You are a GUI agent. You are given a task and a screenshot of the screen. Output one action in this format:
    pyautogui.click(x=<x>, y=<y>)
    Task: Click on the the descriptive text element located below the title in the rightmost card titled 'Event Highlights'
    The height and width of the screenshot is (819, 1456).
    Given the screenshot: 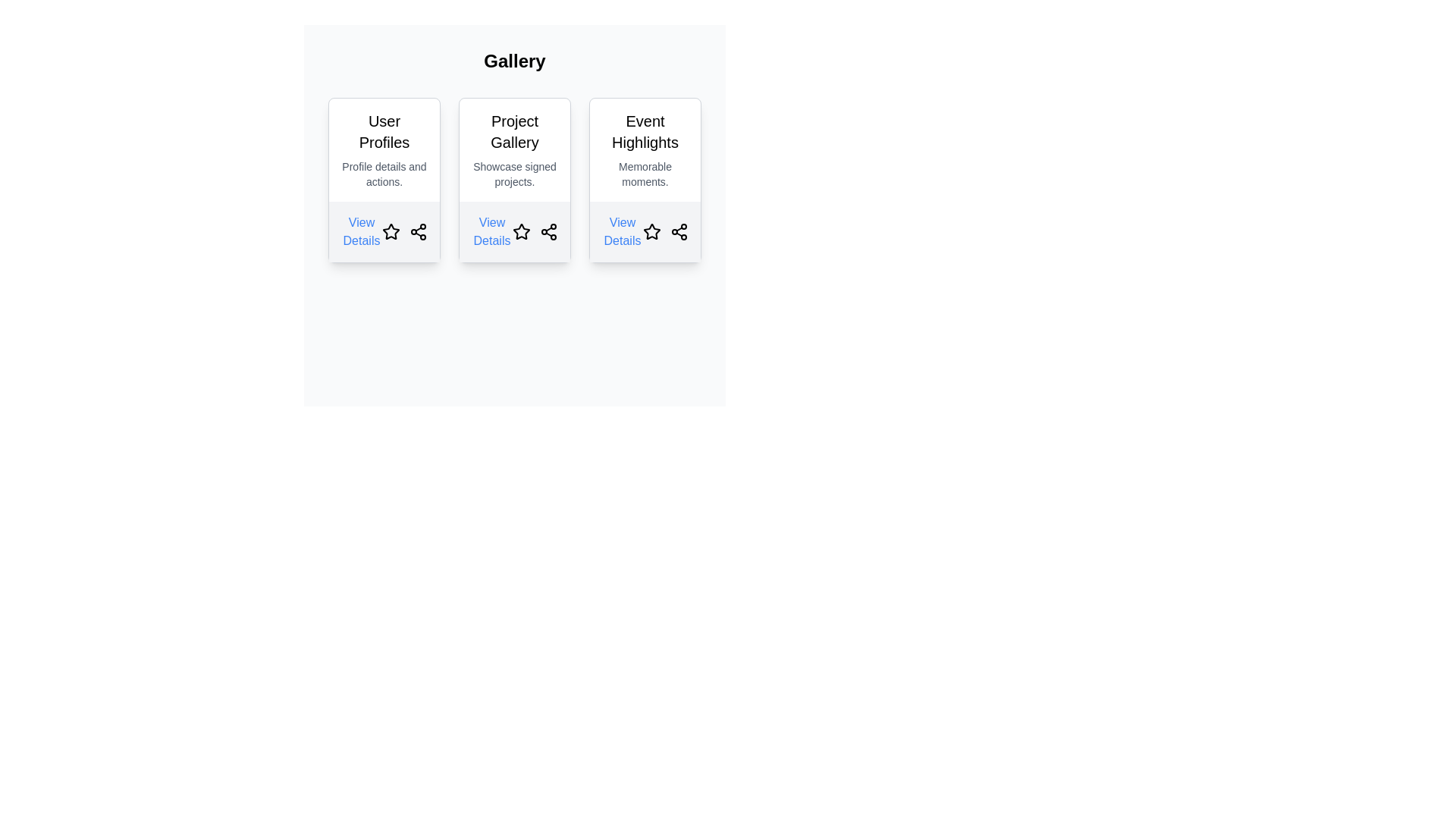 What is the action you would take?
    pyautogui.click(x=645, y=174)
    